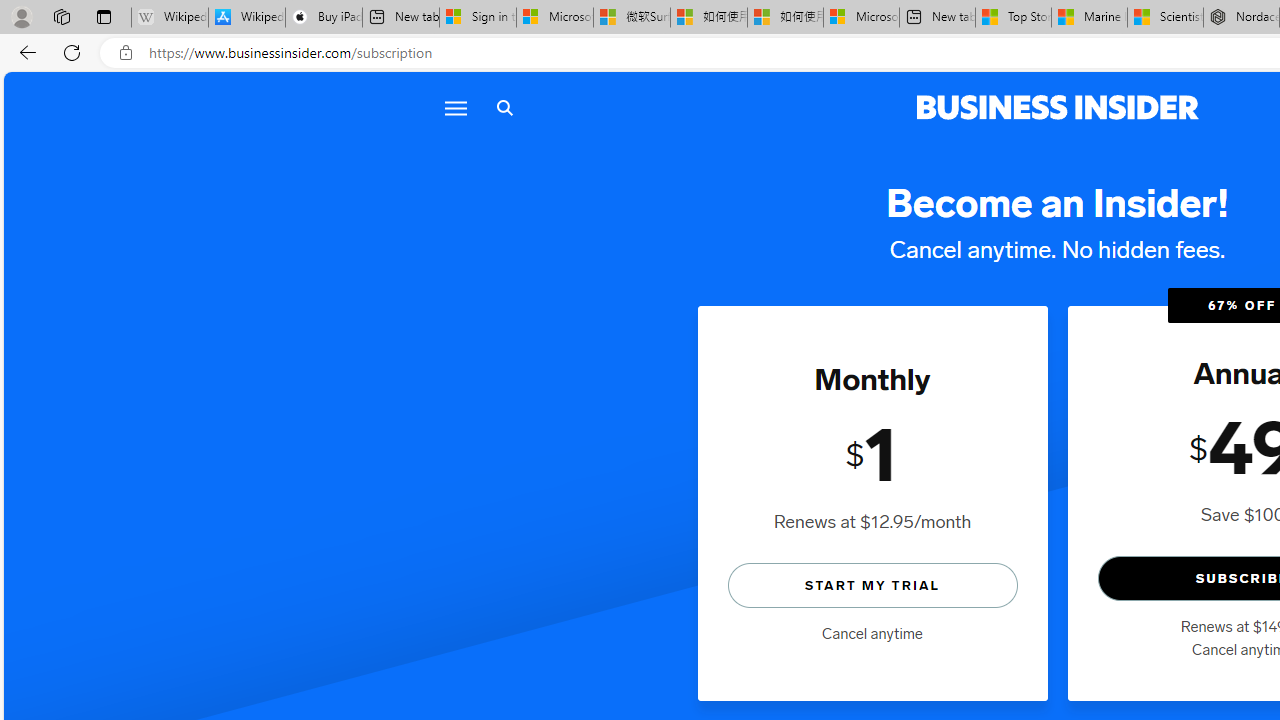 The height and width of the screenshot is (720, 1280). Describe the element at coordinates (170, 17) in the screenshot. I see `'Wikipedia - Sleeping'` at that location.